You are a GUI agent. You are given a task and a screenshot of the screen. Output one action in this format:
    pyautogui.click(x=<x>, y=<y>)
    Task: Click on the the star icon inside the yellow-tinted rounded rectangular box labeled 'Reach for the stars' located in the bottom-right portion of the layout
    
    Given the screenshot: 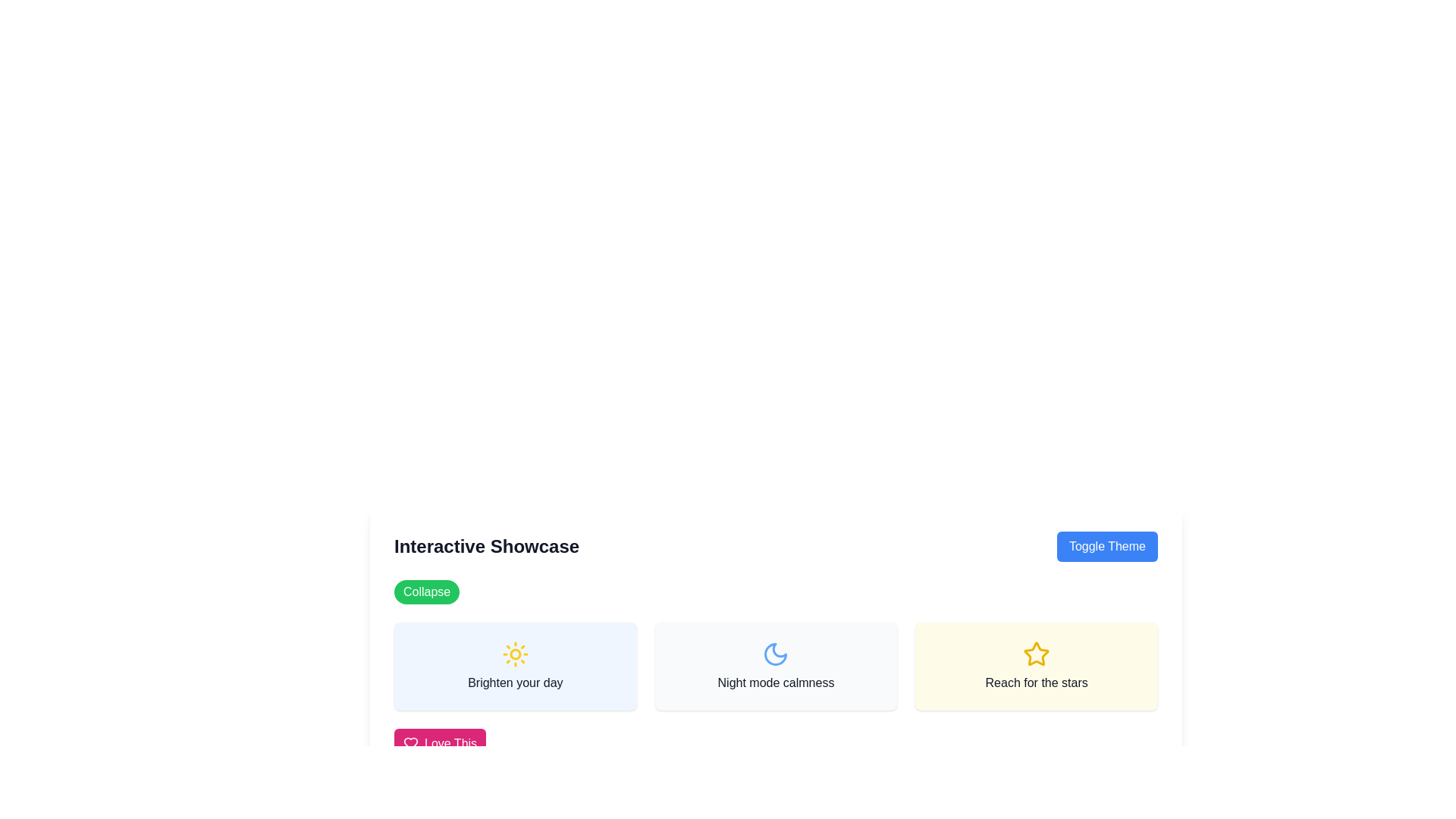 What is the action you would take?
    pyautogui.click(x=1036, y=654)
    